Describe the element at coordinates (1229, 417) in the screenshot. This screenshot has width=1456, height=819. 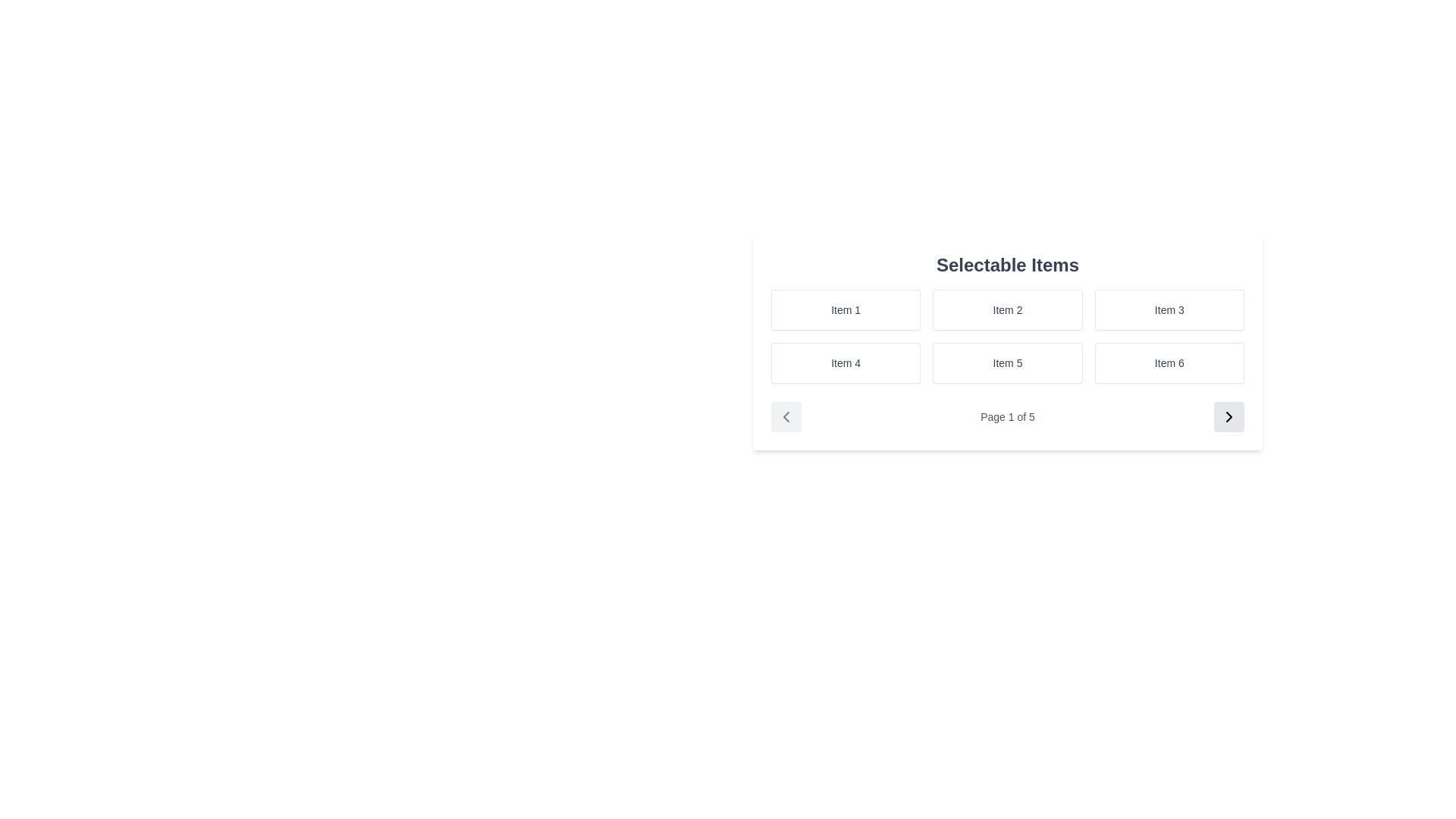
I see `the 'next page' navigation icon located at the bottom-right corner of the interface` at that location.